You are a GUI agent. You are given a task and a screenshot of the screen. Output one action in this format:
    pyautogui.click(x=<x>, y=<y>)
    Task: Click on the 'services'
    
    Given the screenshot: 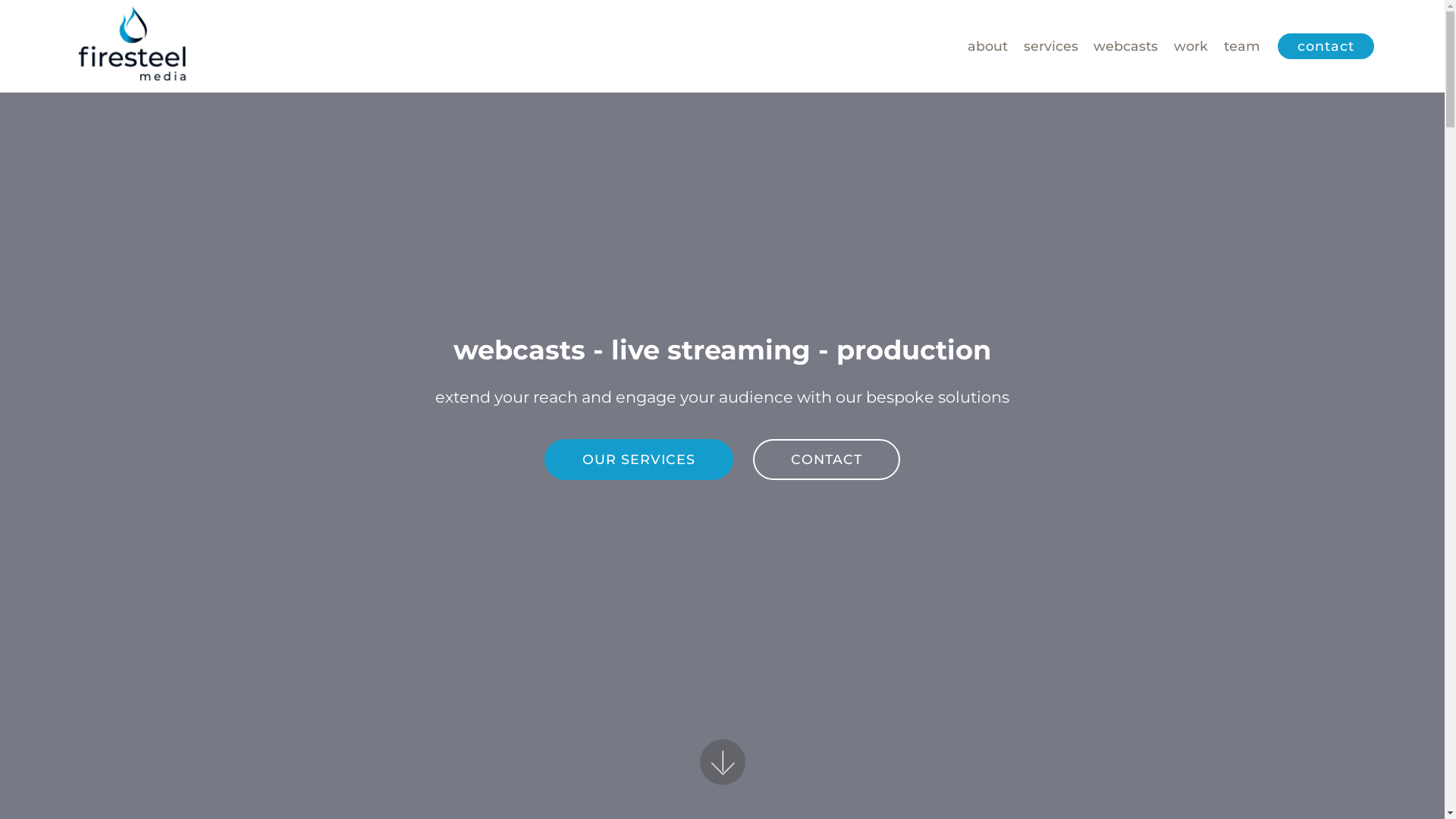 What is the action you would take?
    pyautogui.click(x=1050, y=45)
    